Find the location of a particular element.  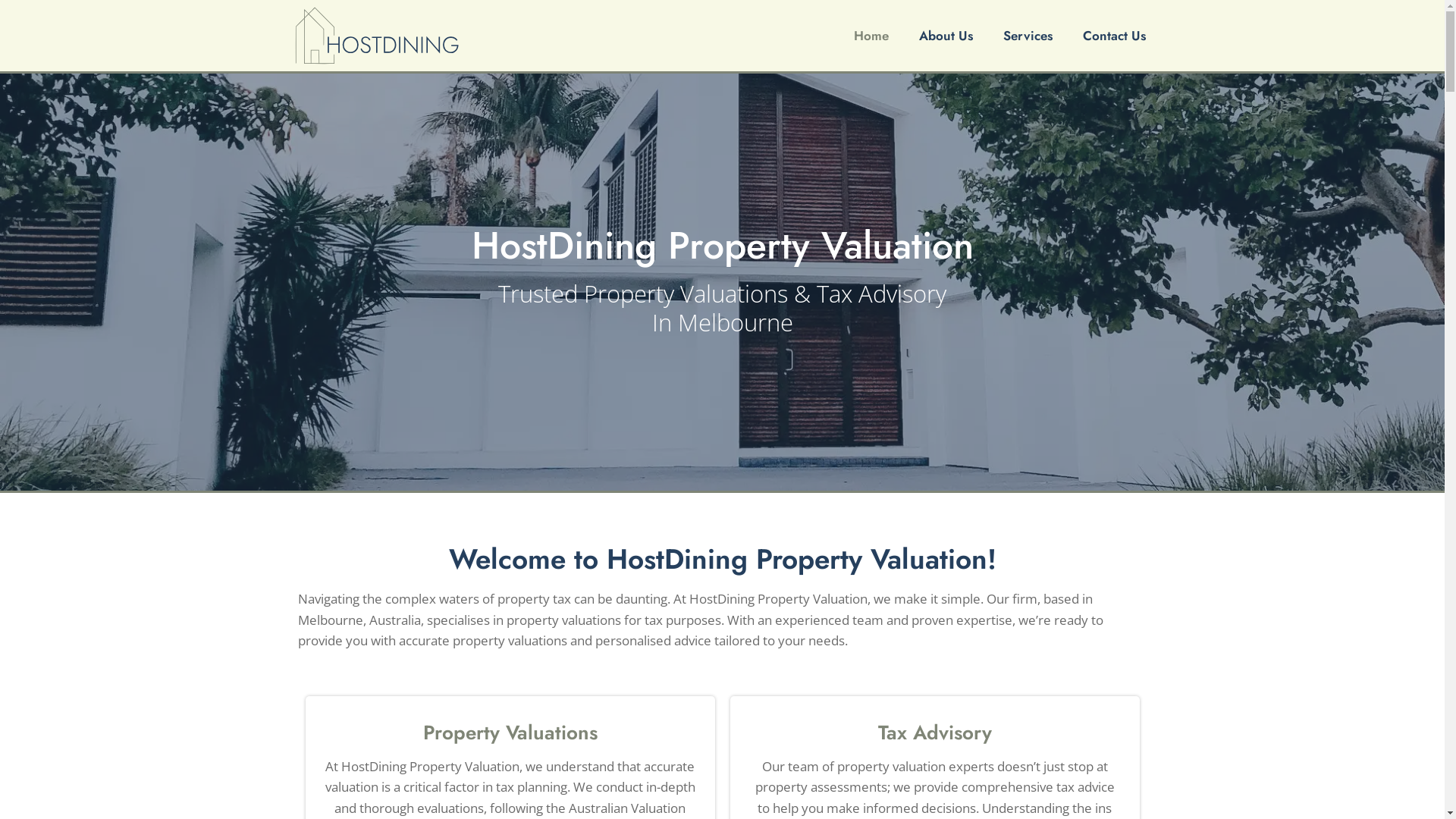

'Services' is located at coordinates (996, 34).